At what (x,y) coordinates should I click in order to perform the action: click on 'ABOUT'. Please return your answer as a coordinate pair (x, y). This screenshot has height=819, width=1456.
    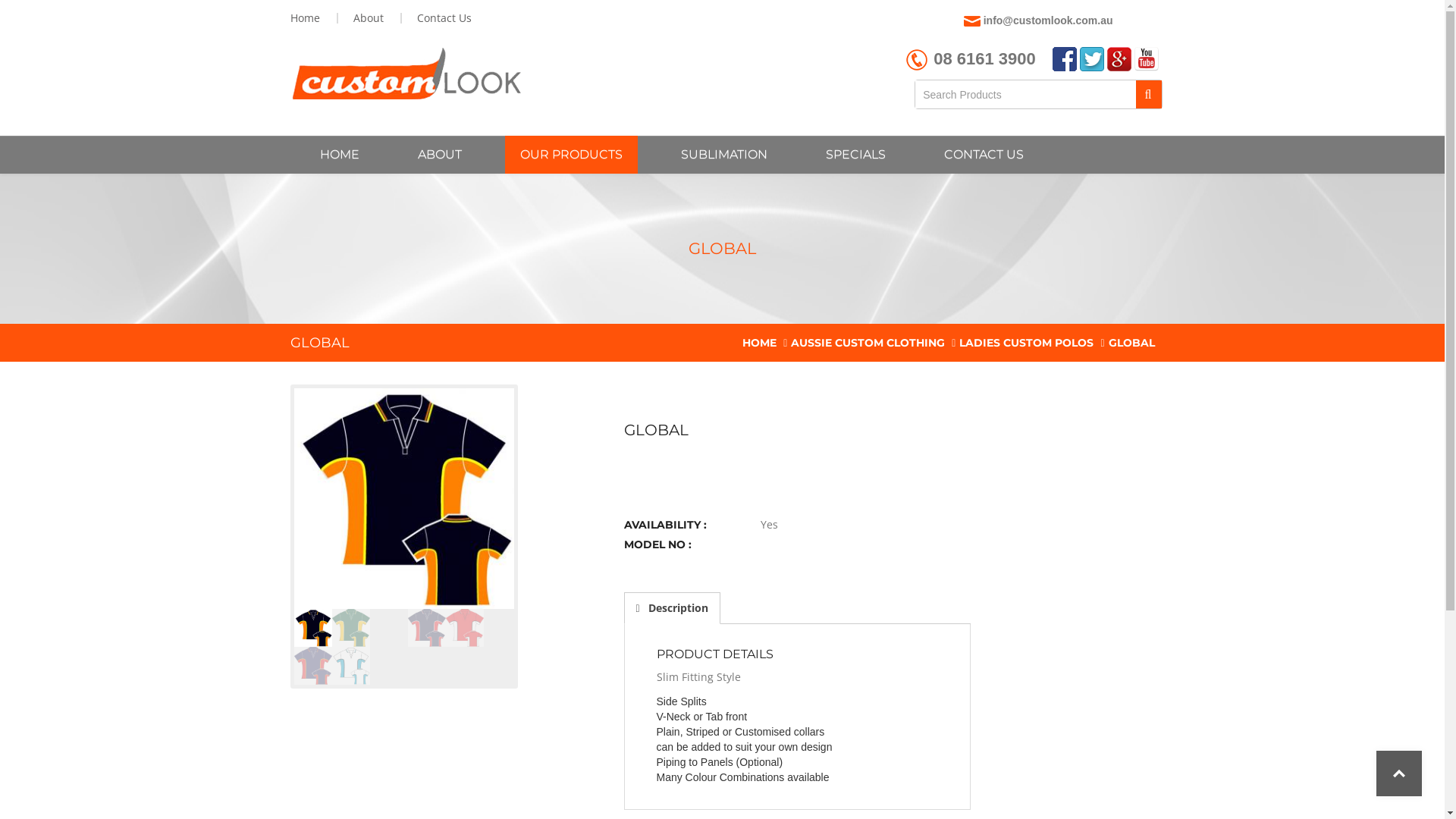
    Looking at the image, I should click on (438, 155).